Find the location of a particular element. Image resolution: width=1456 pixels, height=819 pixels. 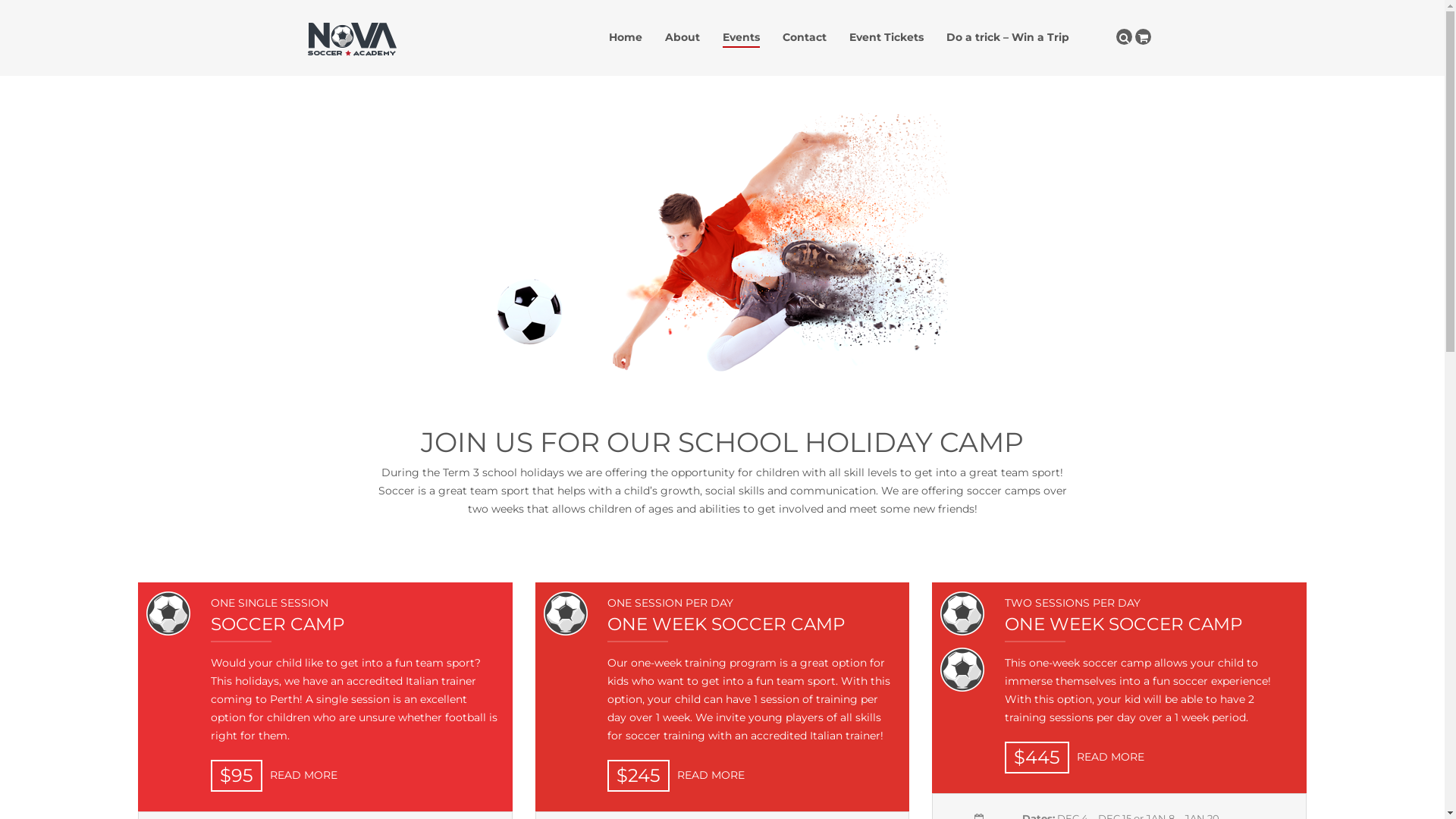

'Contact' is located at coordinates (783, 36).